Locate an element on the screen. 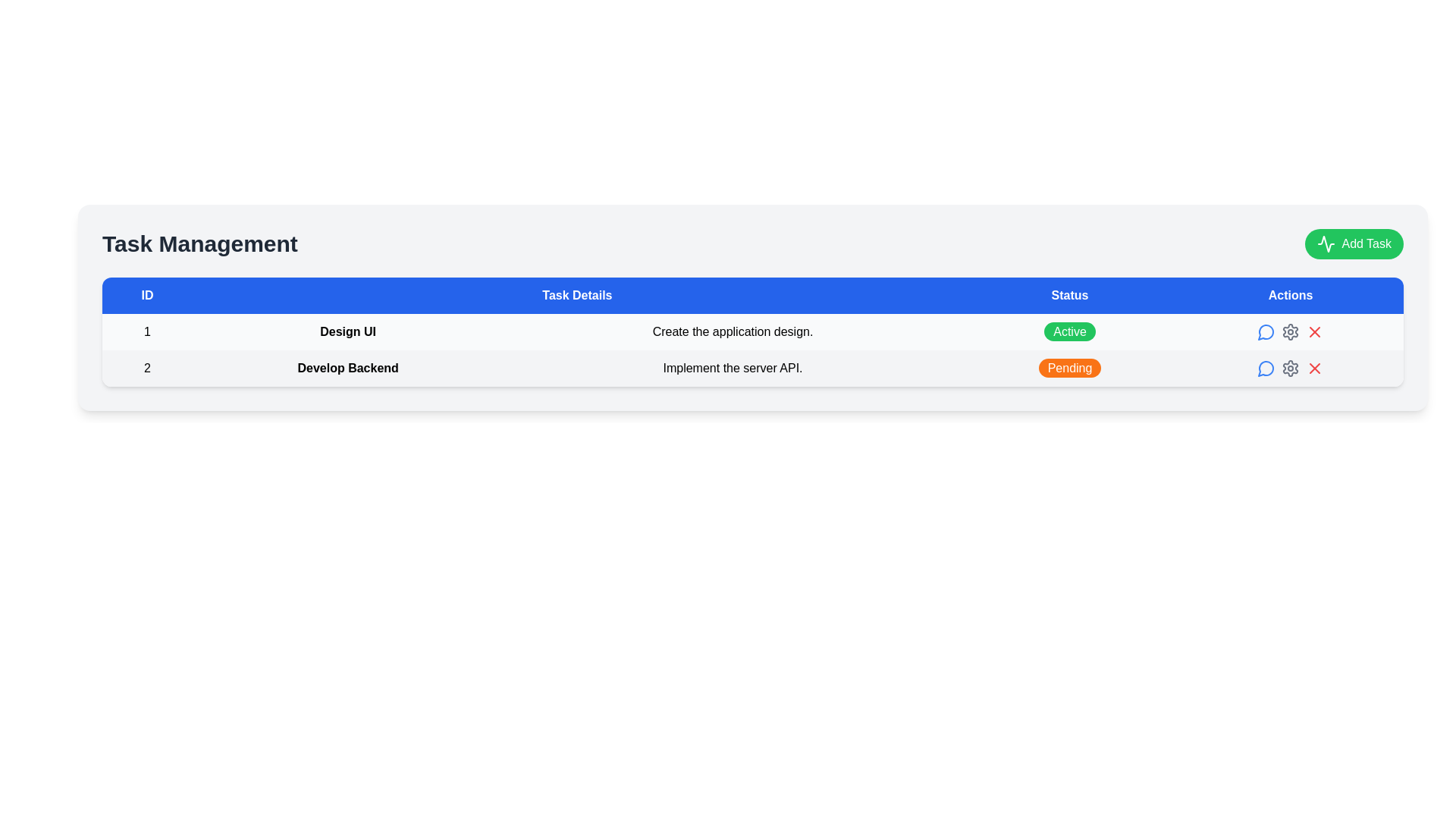  the circular blue icon with a speech bubble outline located in the 'Actions' column of the first row in the table to change its color is located at coordinates (1266, 331).